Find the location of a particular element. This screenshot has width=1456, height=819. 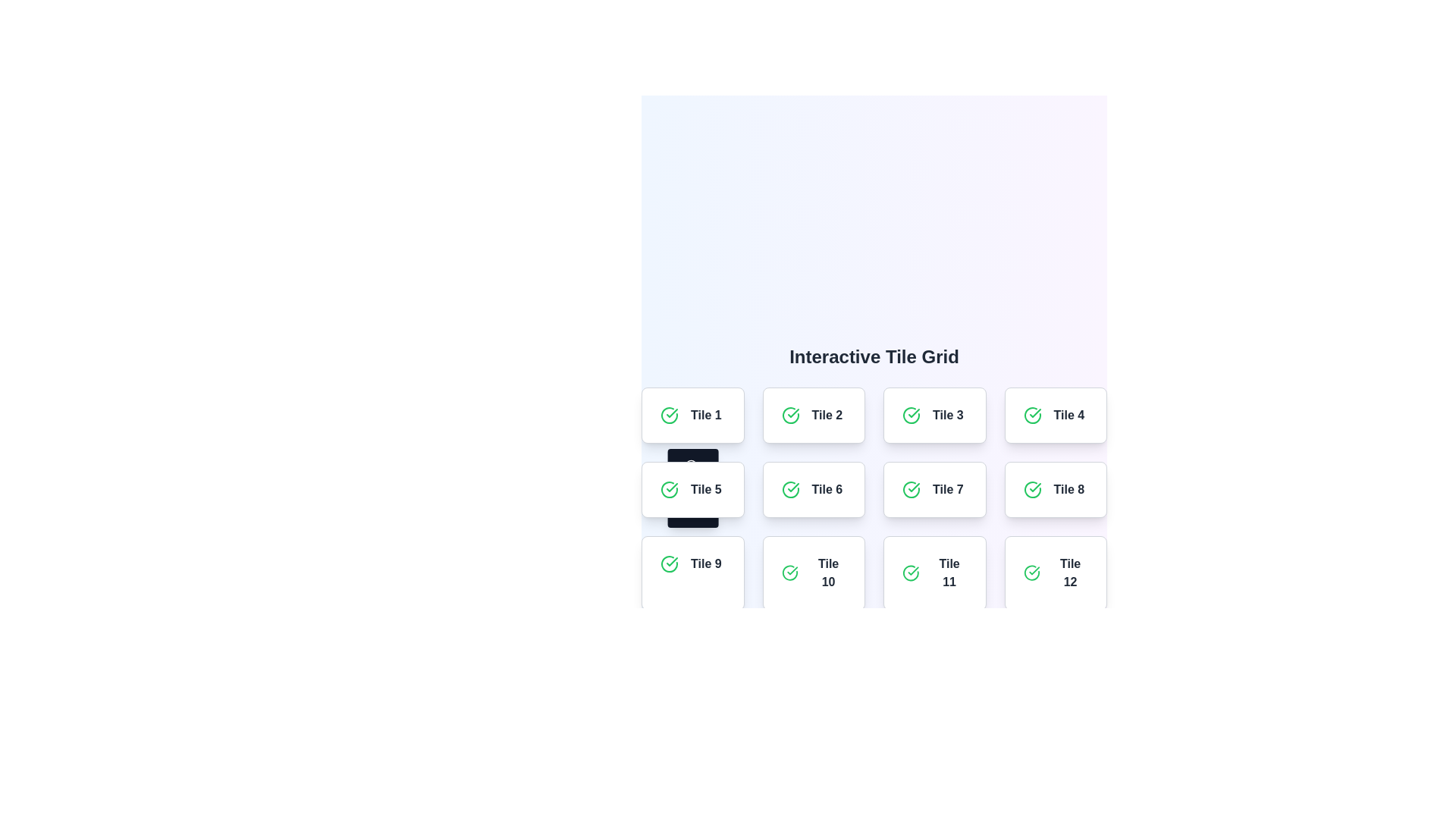

on the 'Tile 3' text label, which is styled with bold, dark gray text and is positioned on a white card in the interactive grid layout is located at coordinates (946, 415).